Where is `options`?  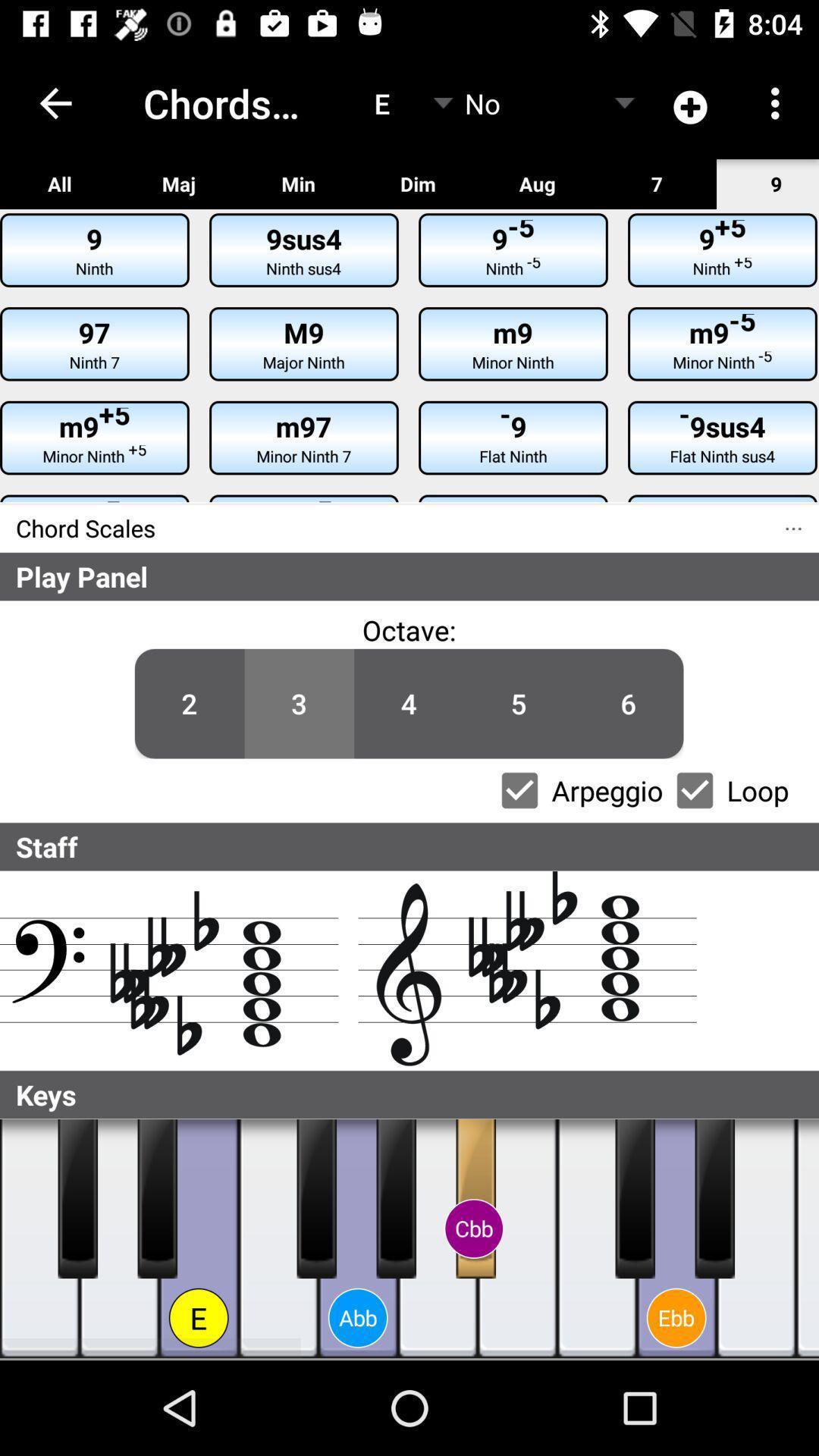 options is located at coordinates (519, 789).